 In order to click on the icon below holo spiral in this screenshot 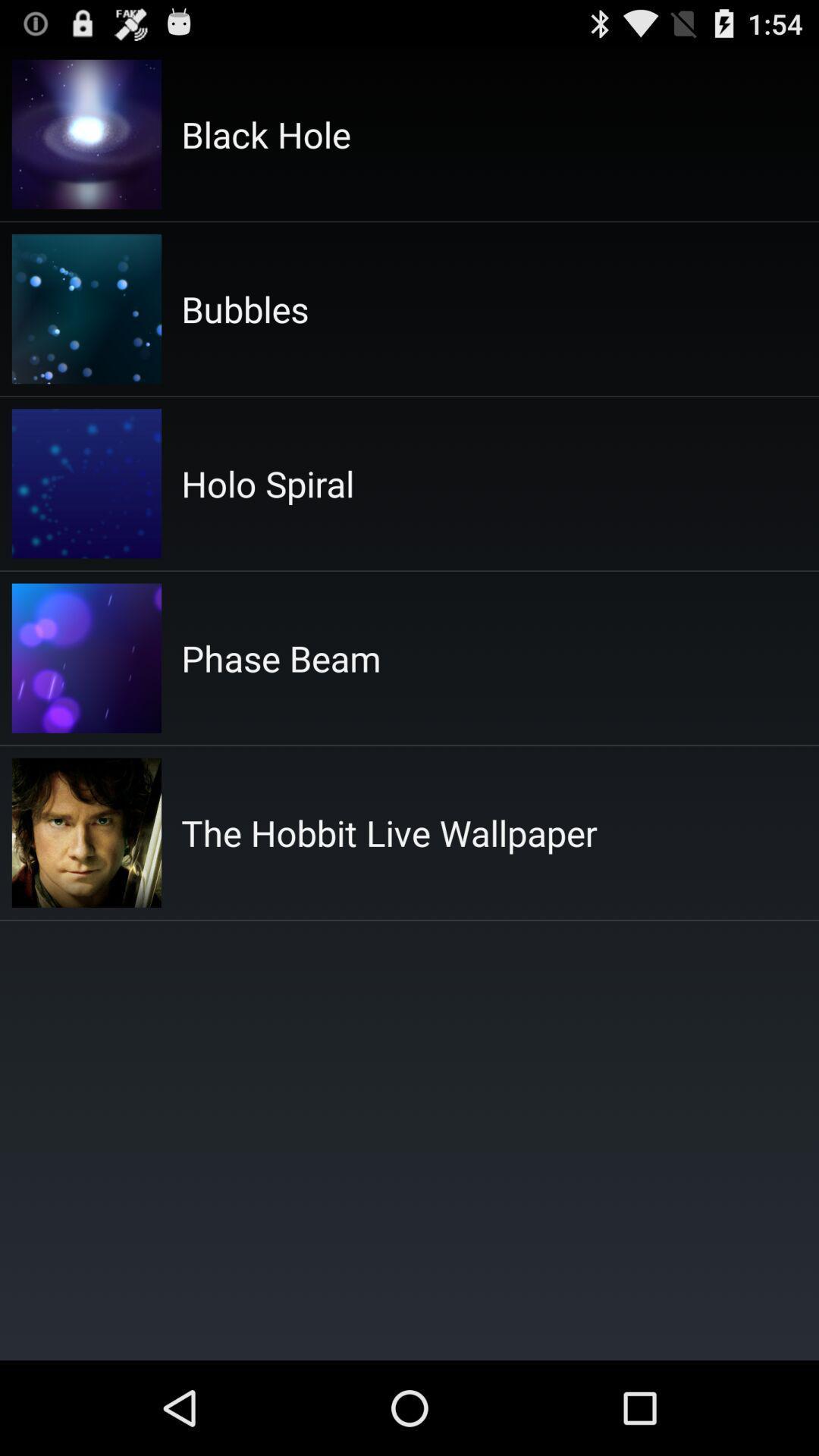, I will do `click(281, 658)`.